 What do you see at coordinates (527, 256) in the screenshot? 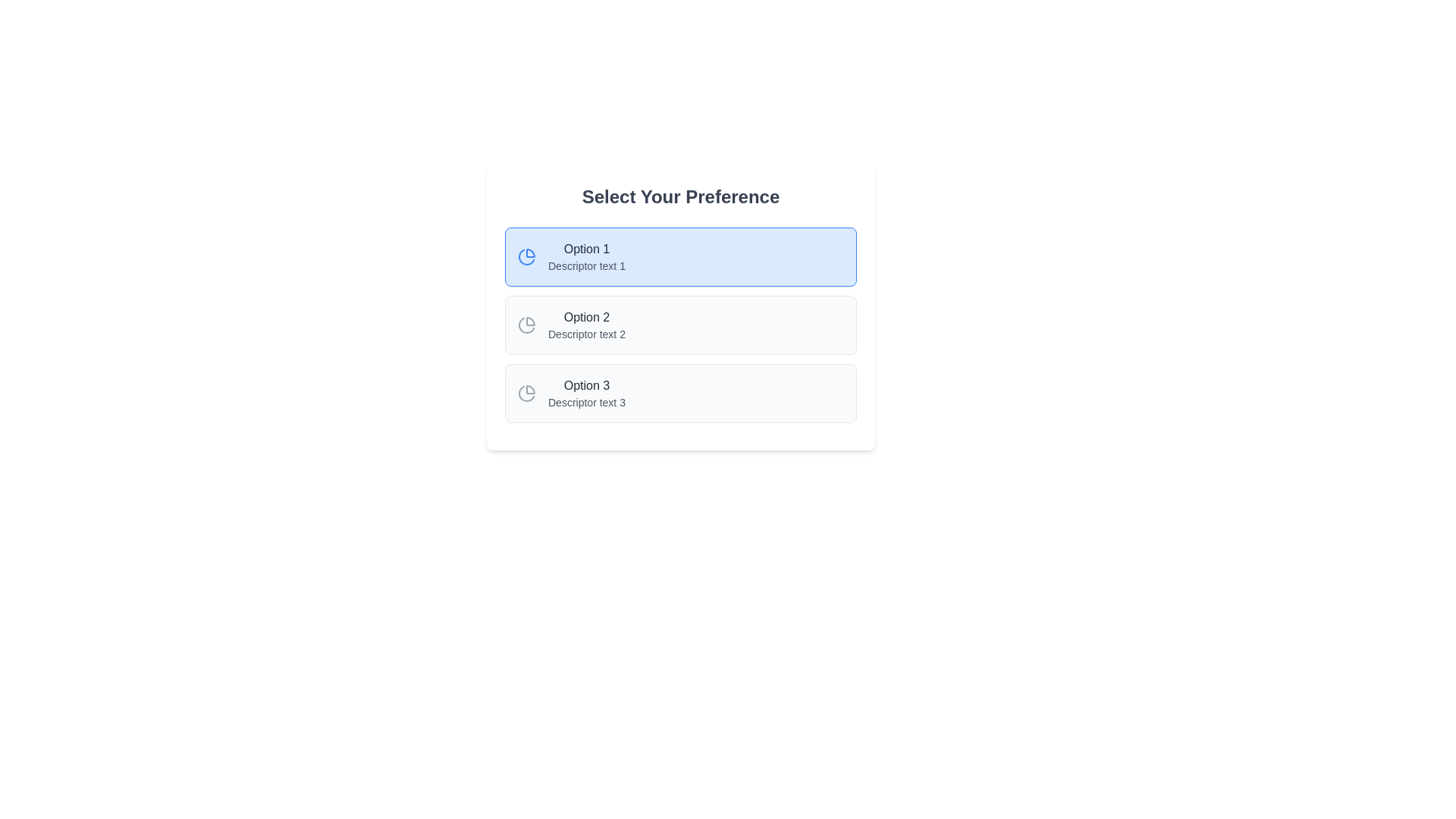
I see `the blue pie chart icon located at the top left corner of the 'Option 1' card in the vertically stacked list of options` at bounding box center [527, 256].